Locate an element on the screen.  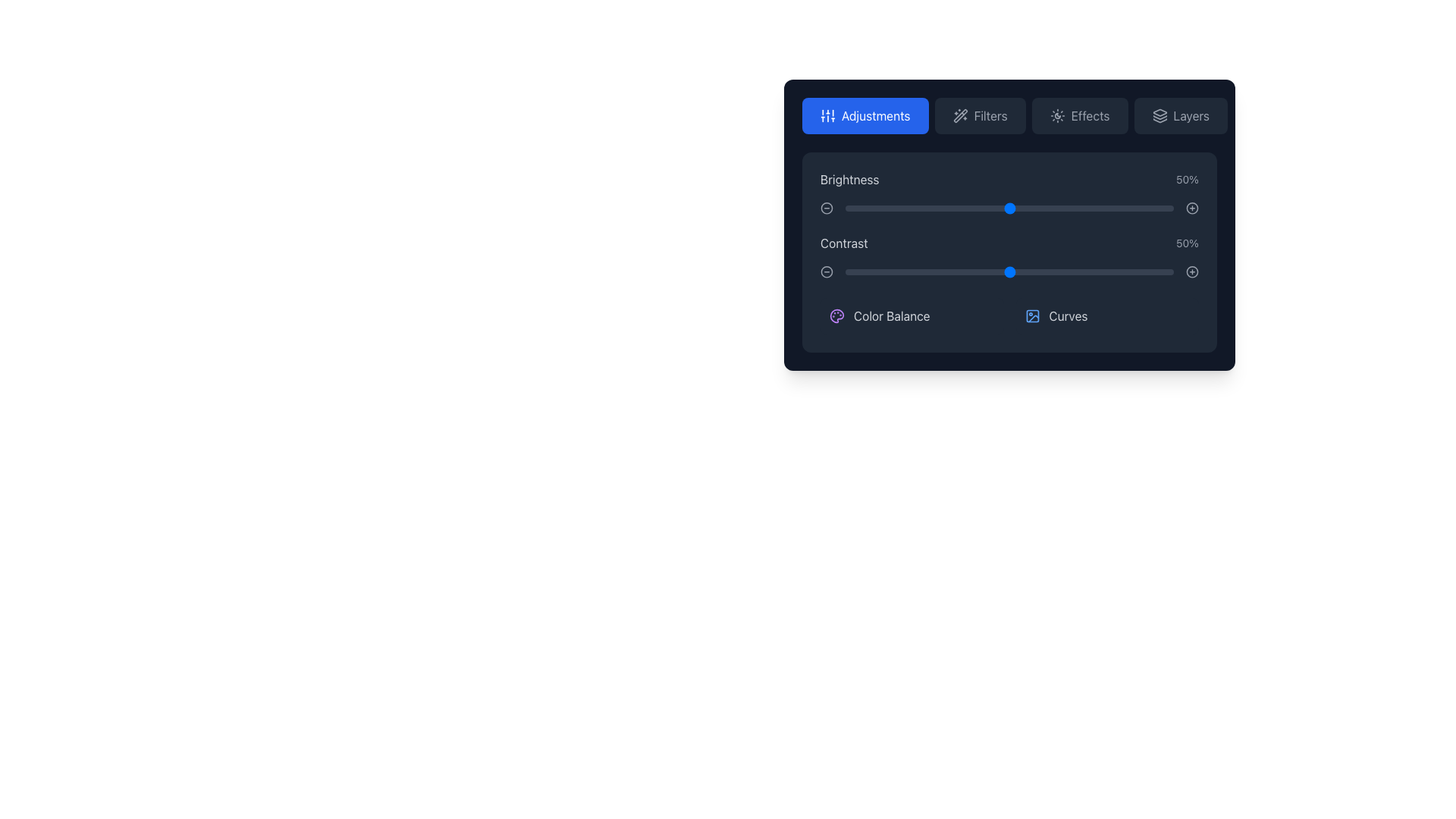
Brightness slider is located at coordinates (1006, 208).